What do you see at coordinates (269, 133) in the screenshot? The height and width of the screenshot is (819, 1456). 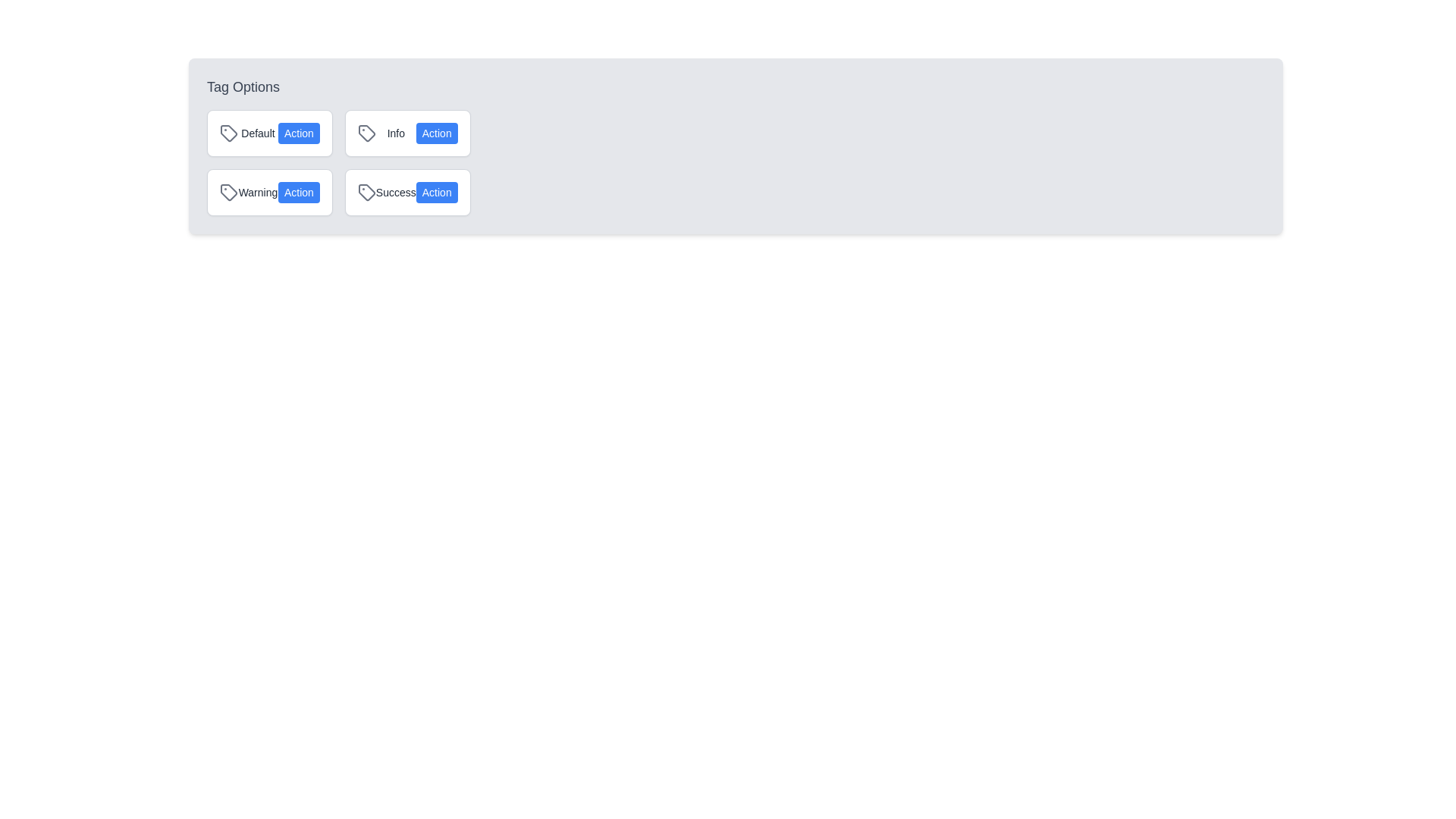 I see `the interactive card option located` at bounding box center [269, 133].